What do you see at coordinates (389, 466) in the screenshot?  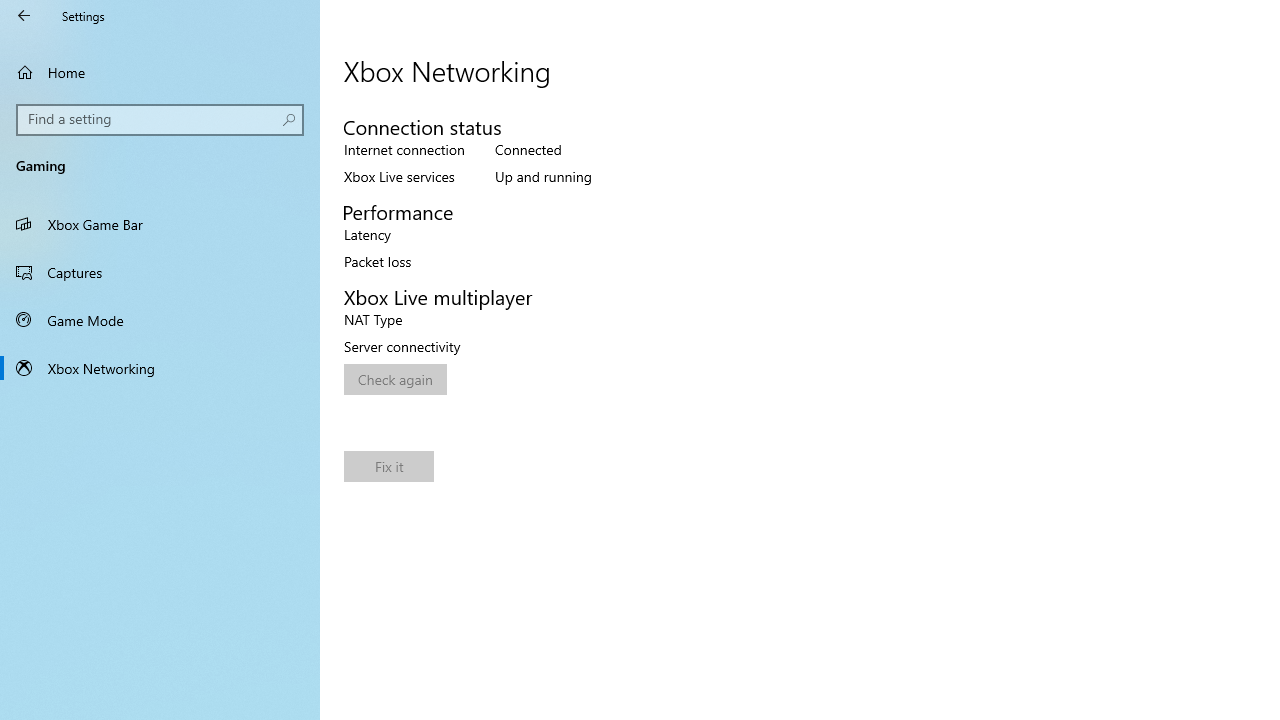 I see `'Fix it'` at bounding box center [389, 466].